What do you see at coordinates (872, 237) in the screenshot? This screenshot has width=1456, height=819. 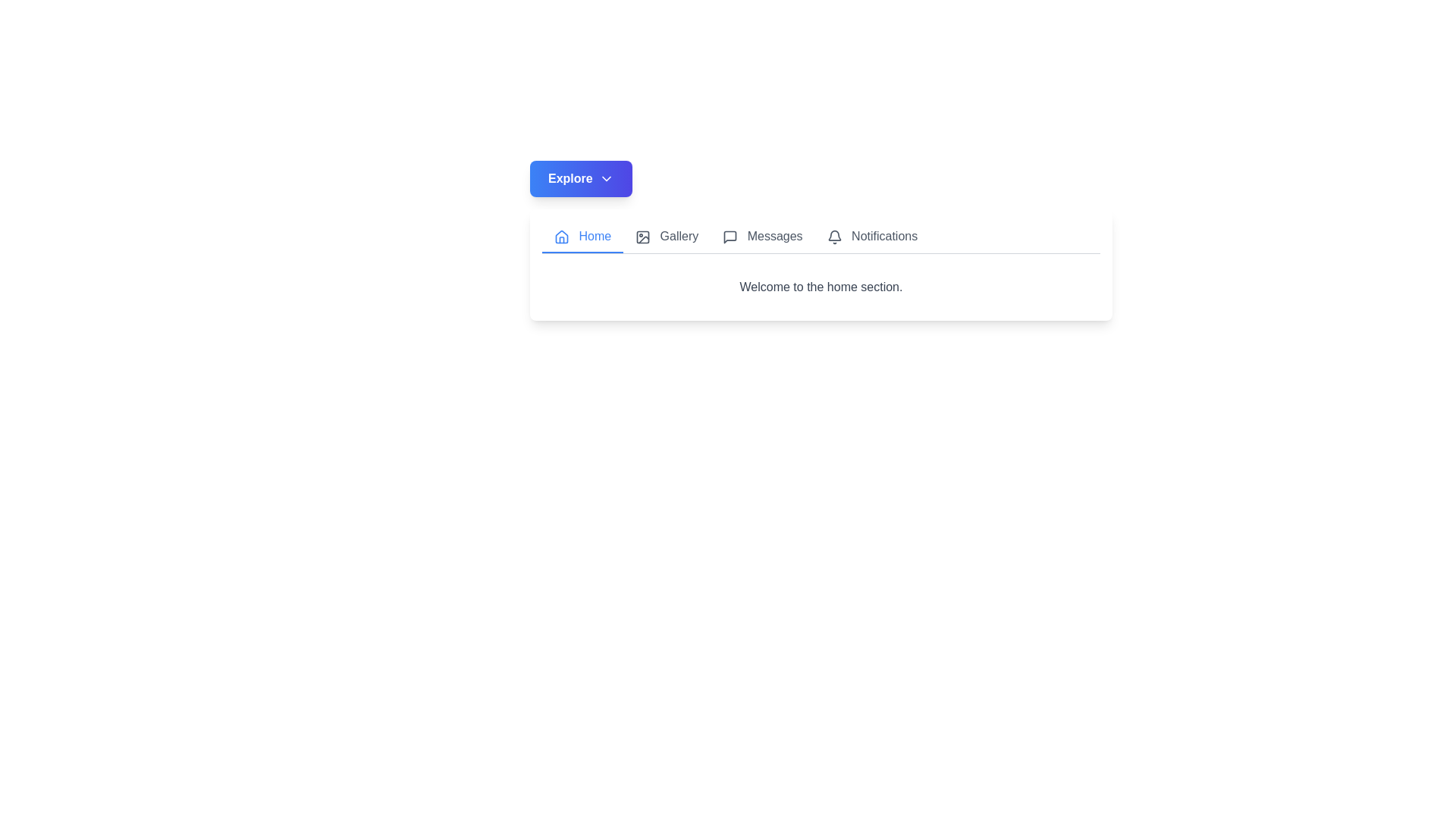 I see `the 'Notifications' Navigation Tab, which displays a bell icon and is the fourth item in the horizontal navigation bar` at bounding box center [872, 237].